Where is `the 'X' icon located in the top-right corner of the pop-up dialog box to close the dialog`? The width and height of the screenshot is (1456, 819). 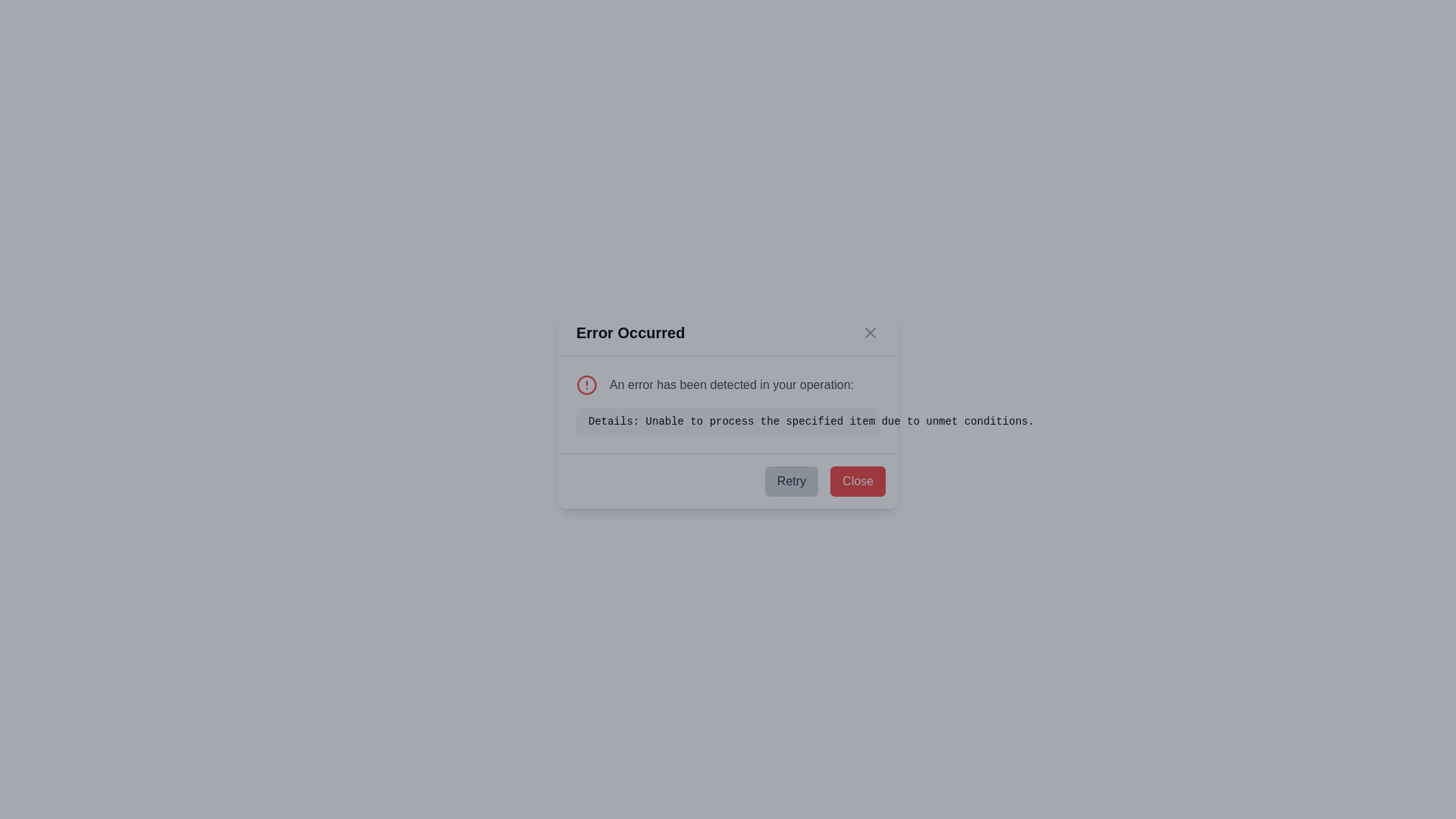
the 'X' icon located in the top-right corner of the pop-up dialog box to close the dialog is located at coordinates (870, 332).